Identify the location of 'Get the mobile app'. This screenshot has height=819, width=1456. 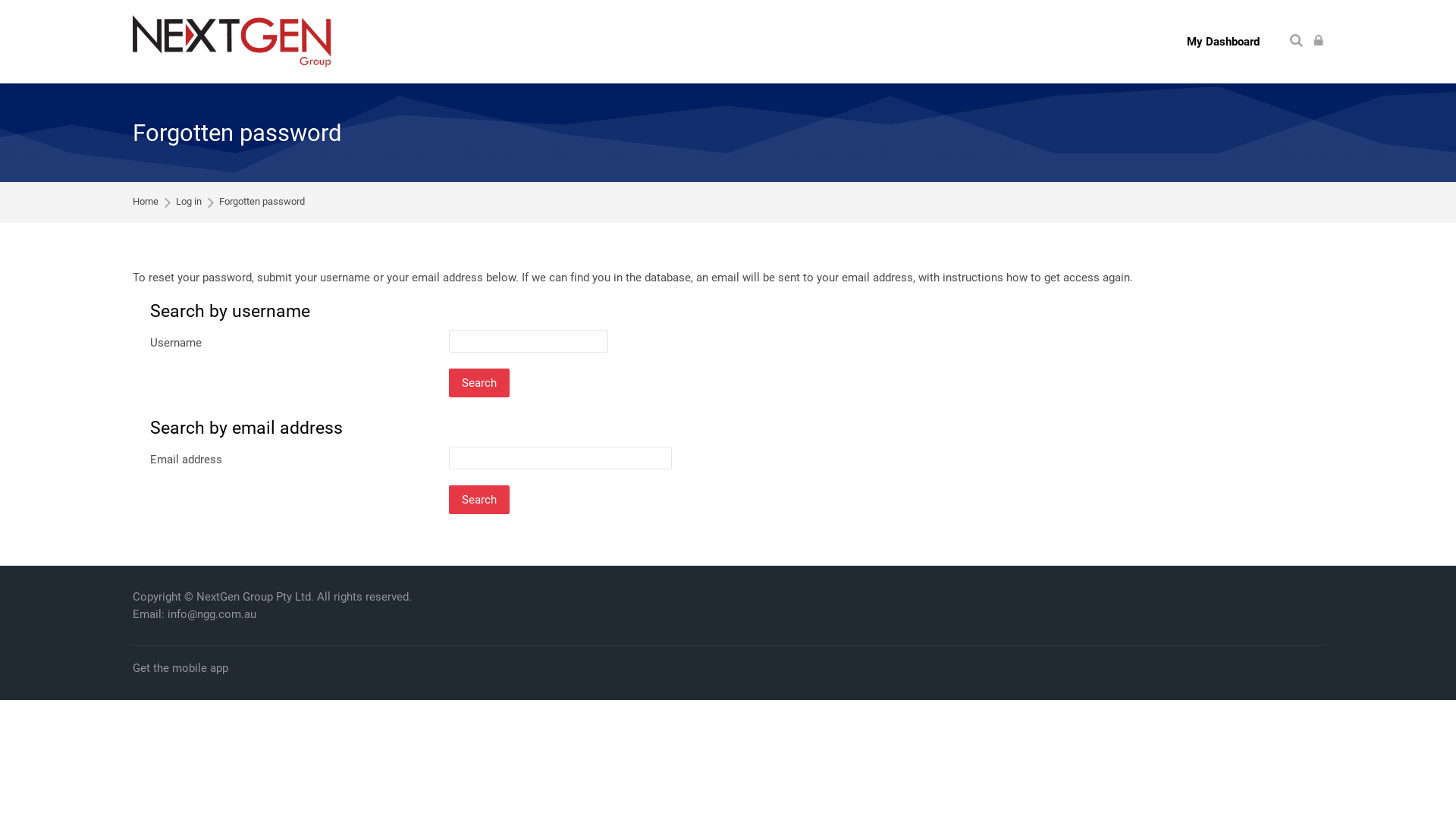
(132, 667).